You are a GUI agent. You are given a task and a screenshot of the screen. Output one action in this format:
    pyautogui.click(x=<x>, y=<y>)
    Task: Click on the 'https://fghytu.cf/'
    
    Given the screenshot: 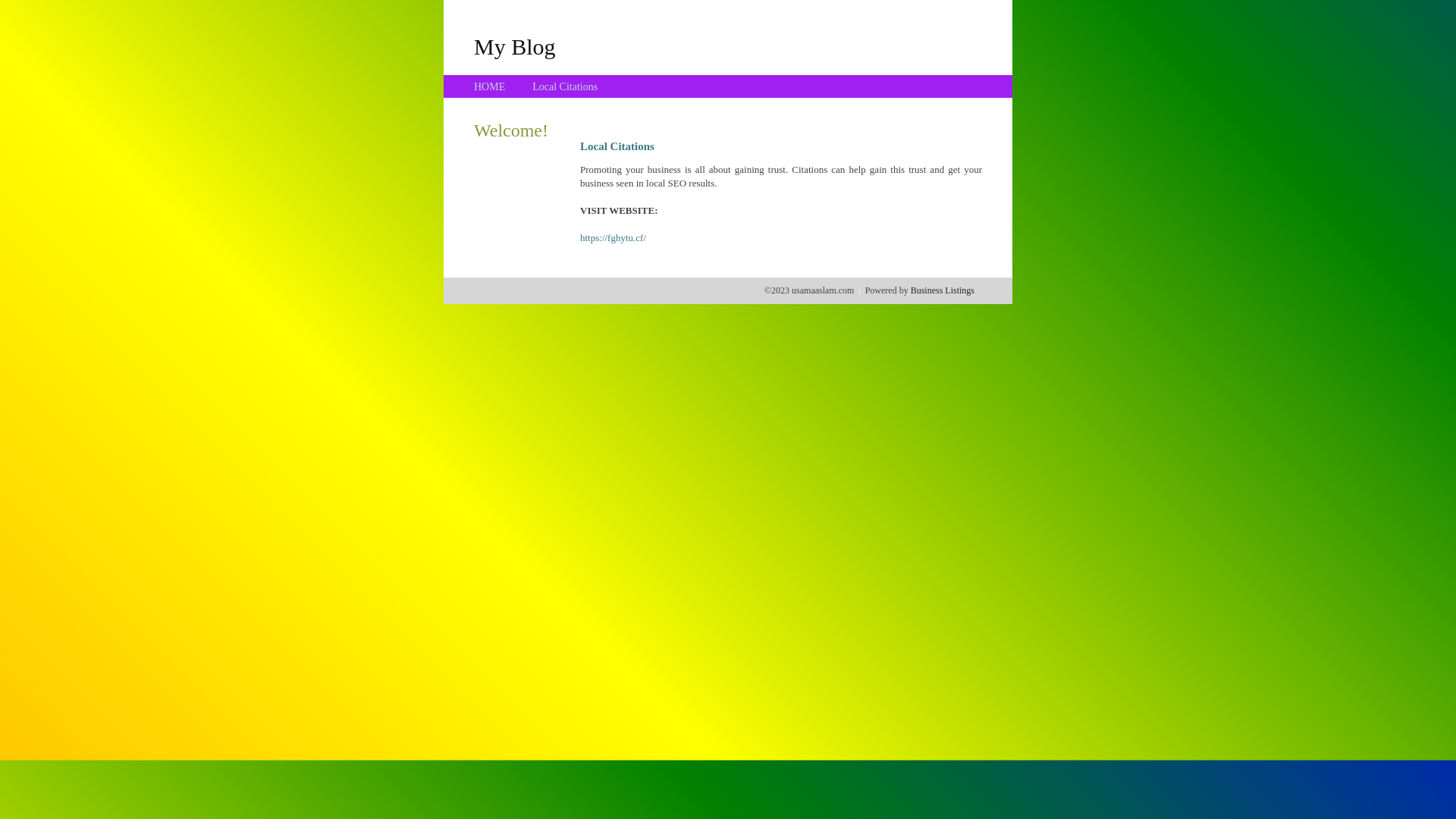 What is the action you would take?
    pyautogui.click(x=613, y=237)
    